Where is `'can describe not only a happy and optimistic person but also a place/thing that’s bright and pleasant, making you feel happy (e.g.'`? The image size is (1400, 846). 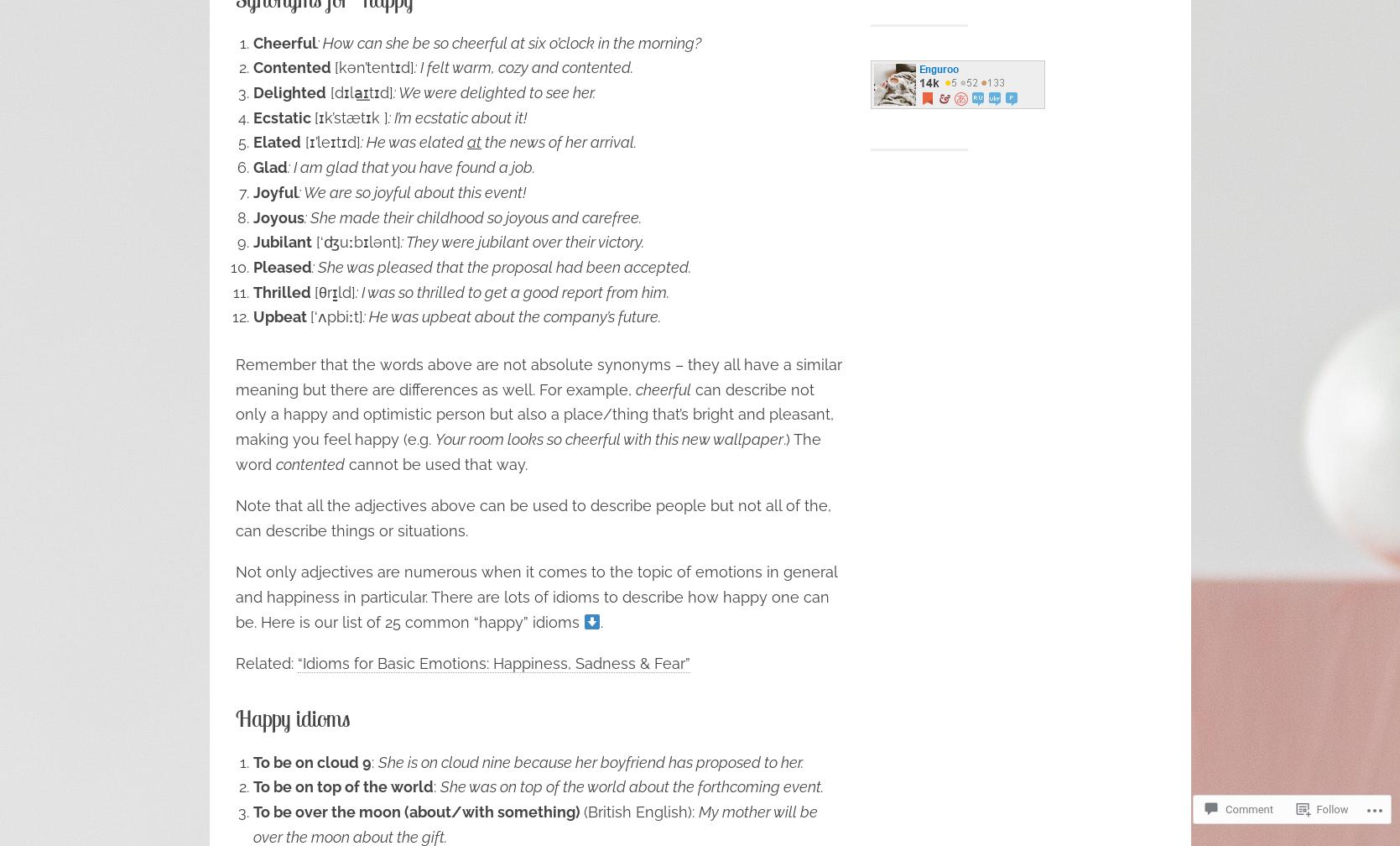 'can describe not only a happy and optimistic person but also a place/thing that’s bright and pleasant, making you feel happy (e.g.' is located at coordinates (234, 414).